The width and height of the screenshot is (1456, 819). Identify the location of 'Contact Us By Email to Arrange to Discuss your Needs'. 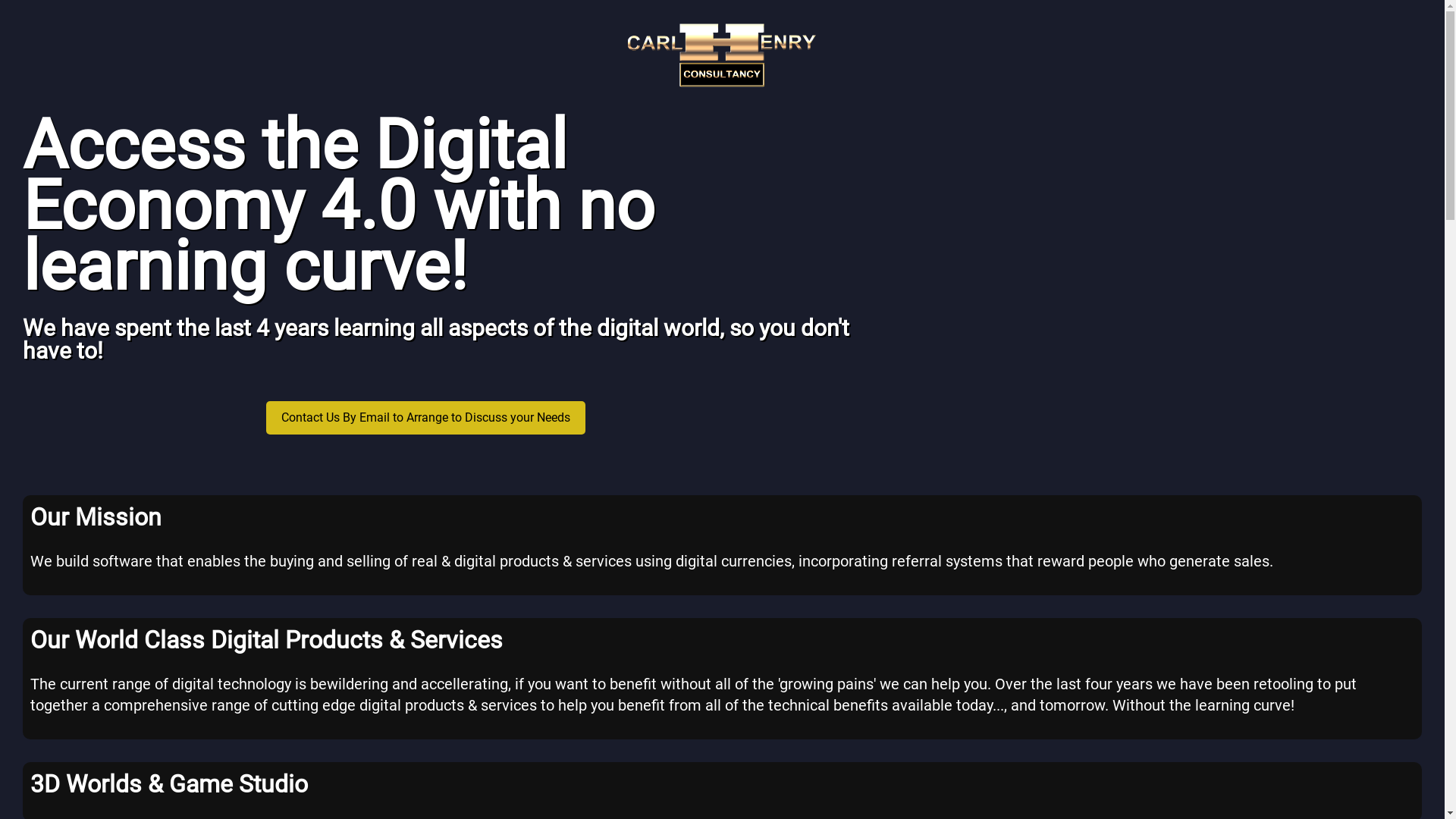
(425, 417).